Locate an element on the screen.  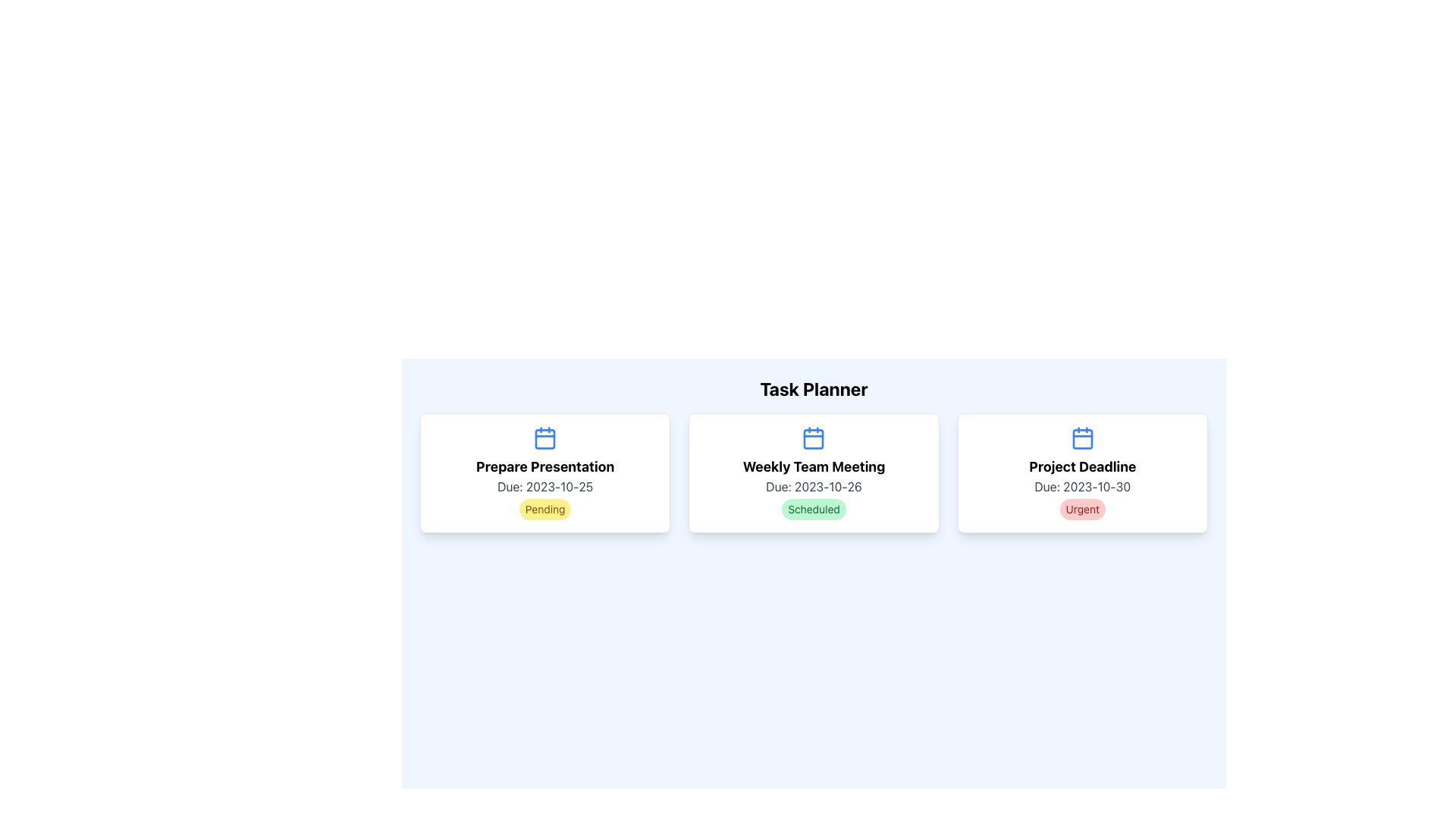
the 'Weekly Team Meeting' task card, which is the second card in a row of three, showing the due date '2023-10-26' and status 'Scheduled' is located at coordinates (813, 472).